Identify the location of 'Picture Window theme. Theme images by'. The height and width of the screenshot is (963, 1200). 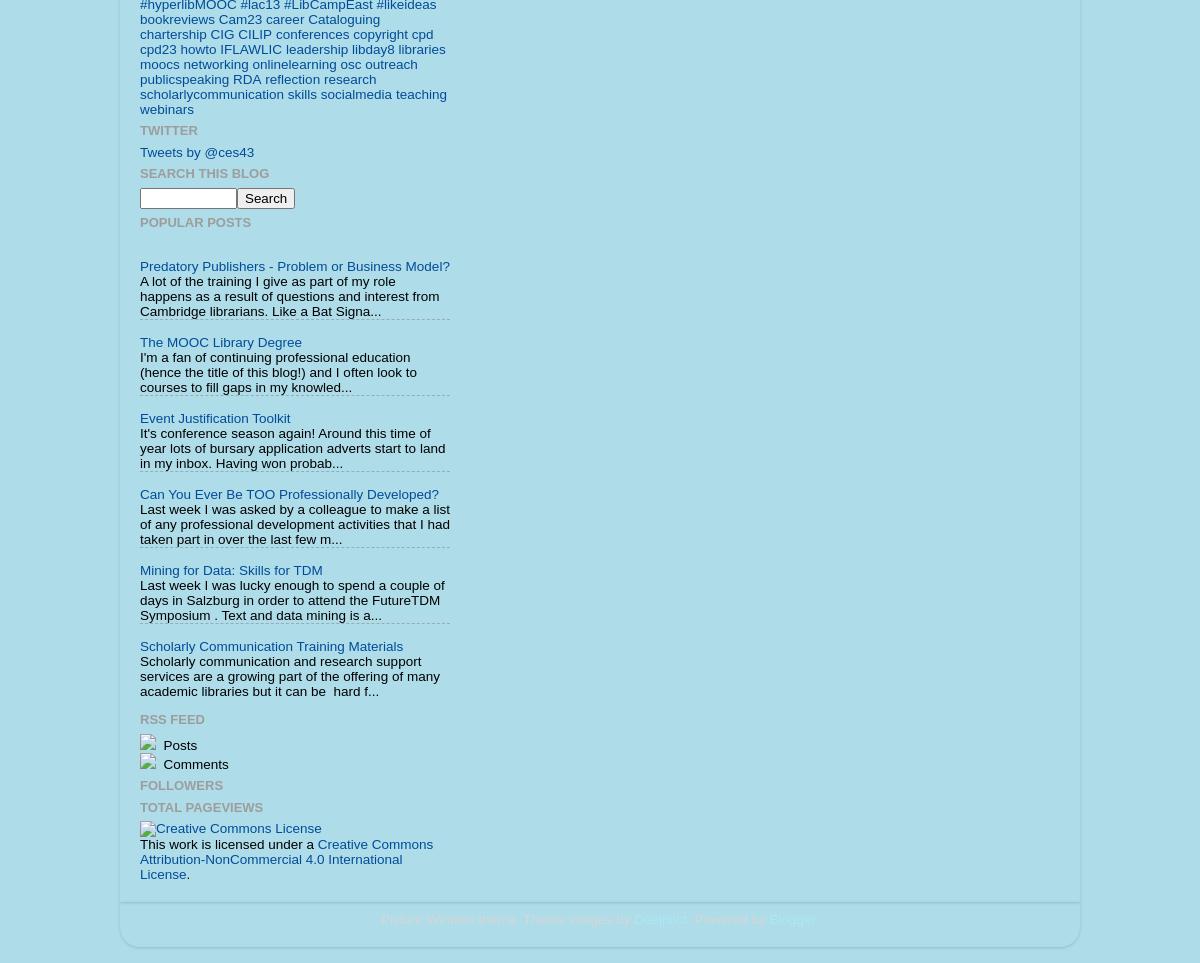
(506, 918).